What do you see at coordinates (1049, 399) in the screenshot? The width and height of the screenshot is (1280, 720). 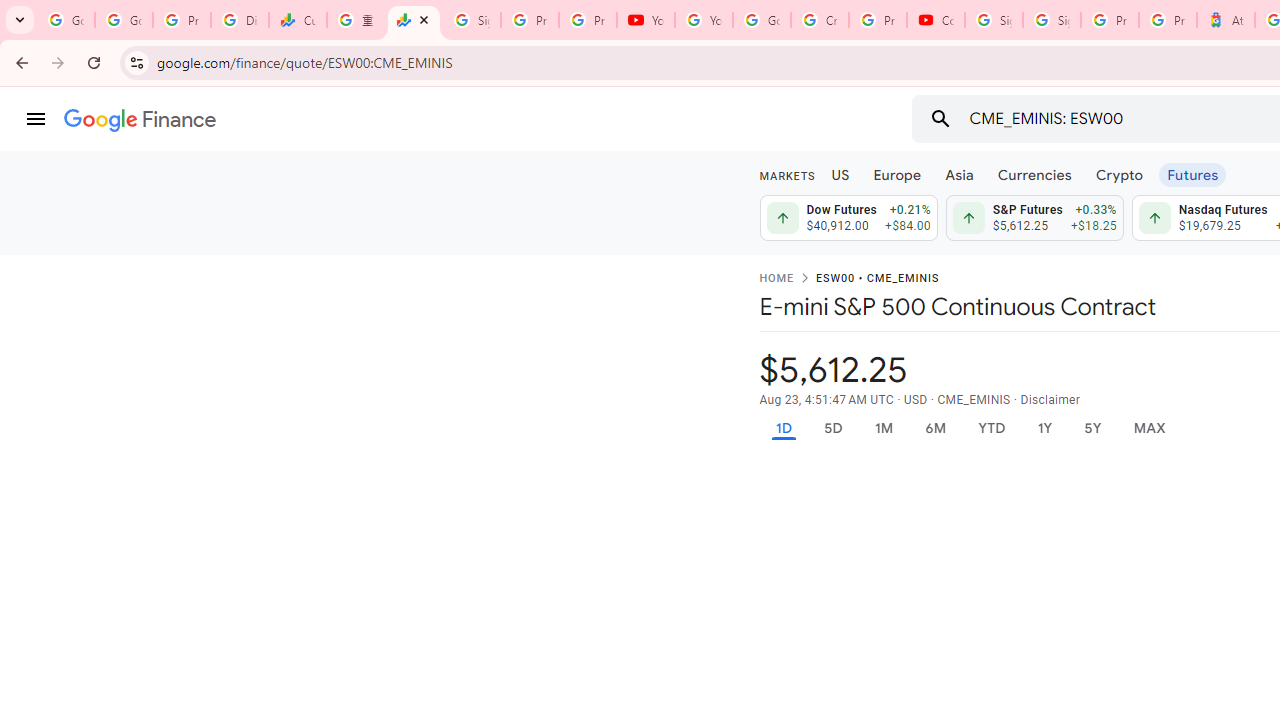 I see `'Disclaimer'` at bounding box center [1049, 399].